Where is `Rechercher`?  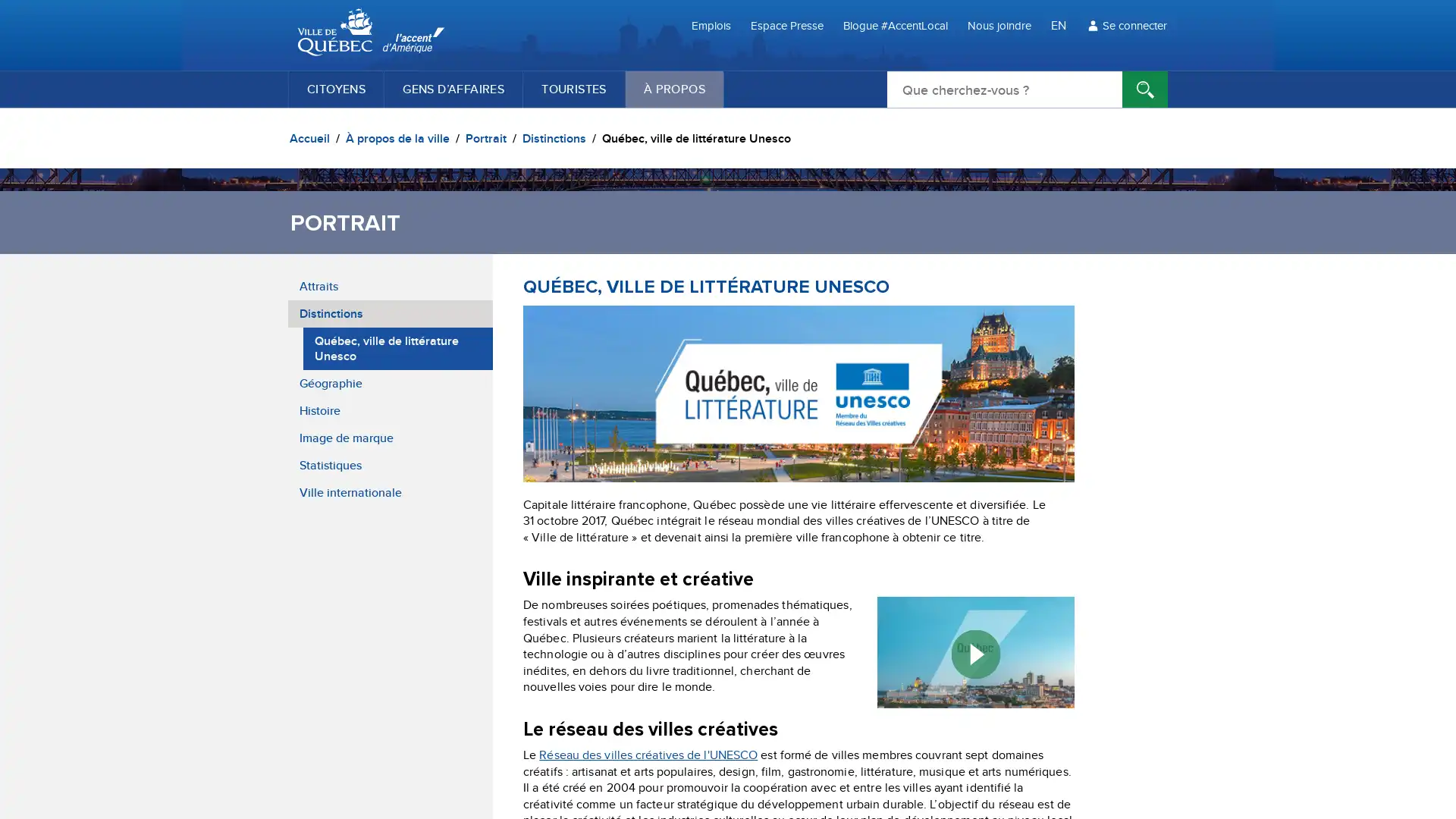 Rechercher is located at coordinates (1145, 89).